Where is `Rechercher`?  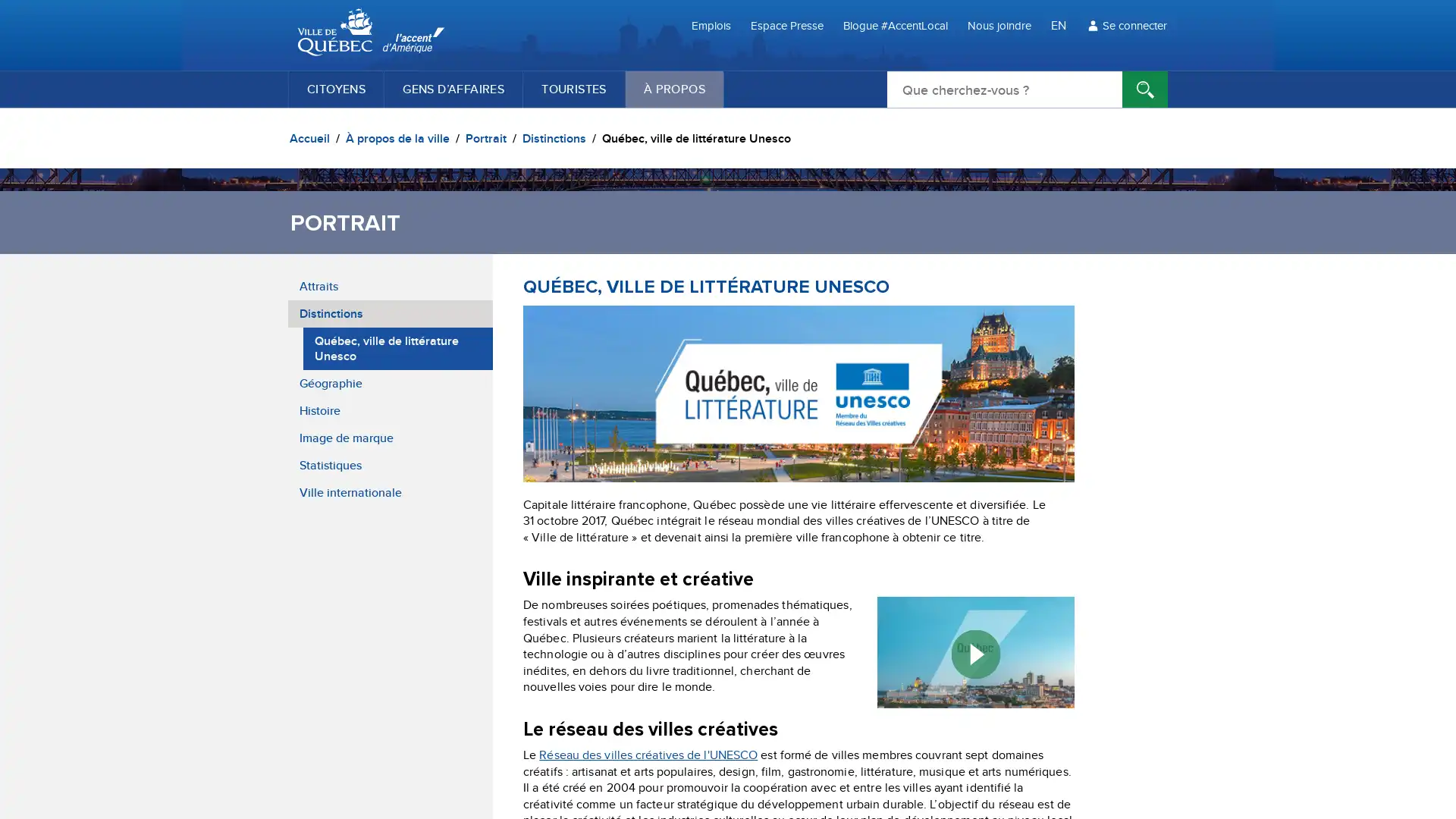 Rechercher is located at coordinates (1145, 89).